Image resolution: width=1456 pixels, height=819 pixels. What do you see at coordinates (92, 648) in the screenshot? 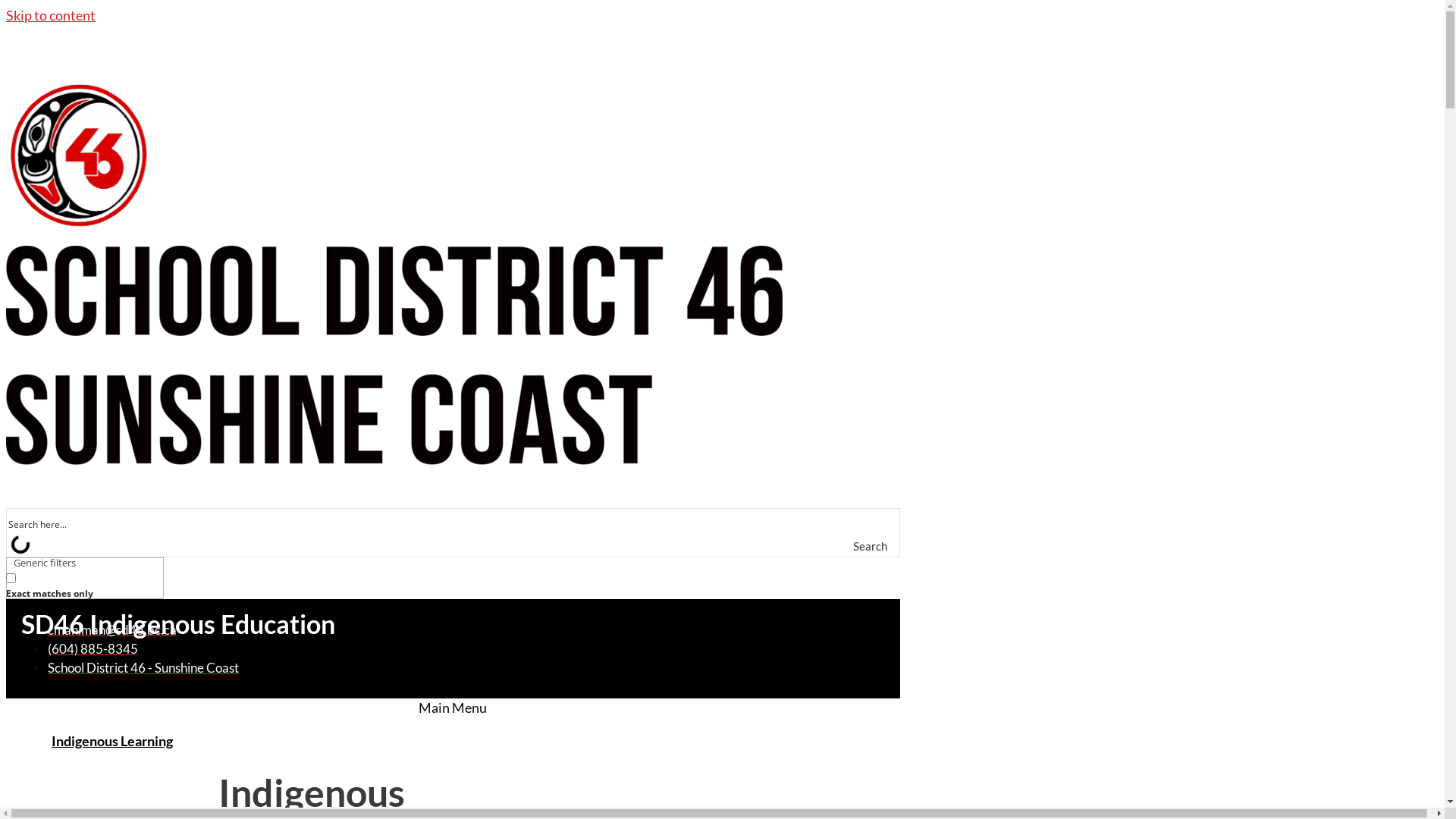
I see `'(604) 885-8345'` at bounding box center [92, 648].